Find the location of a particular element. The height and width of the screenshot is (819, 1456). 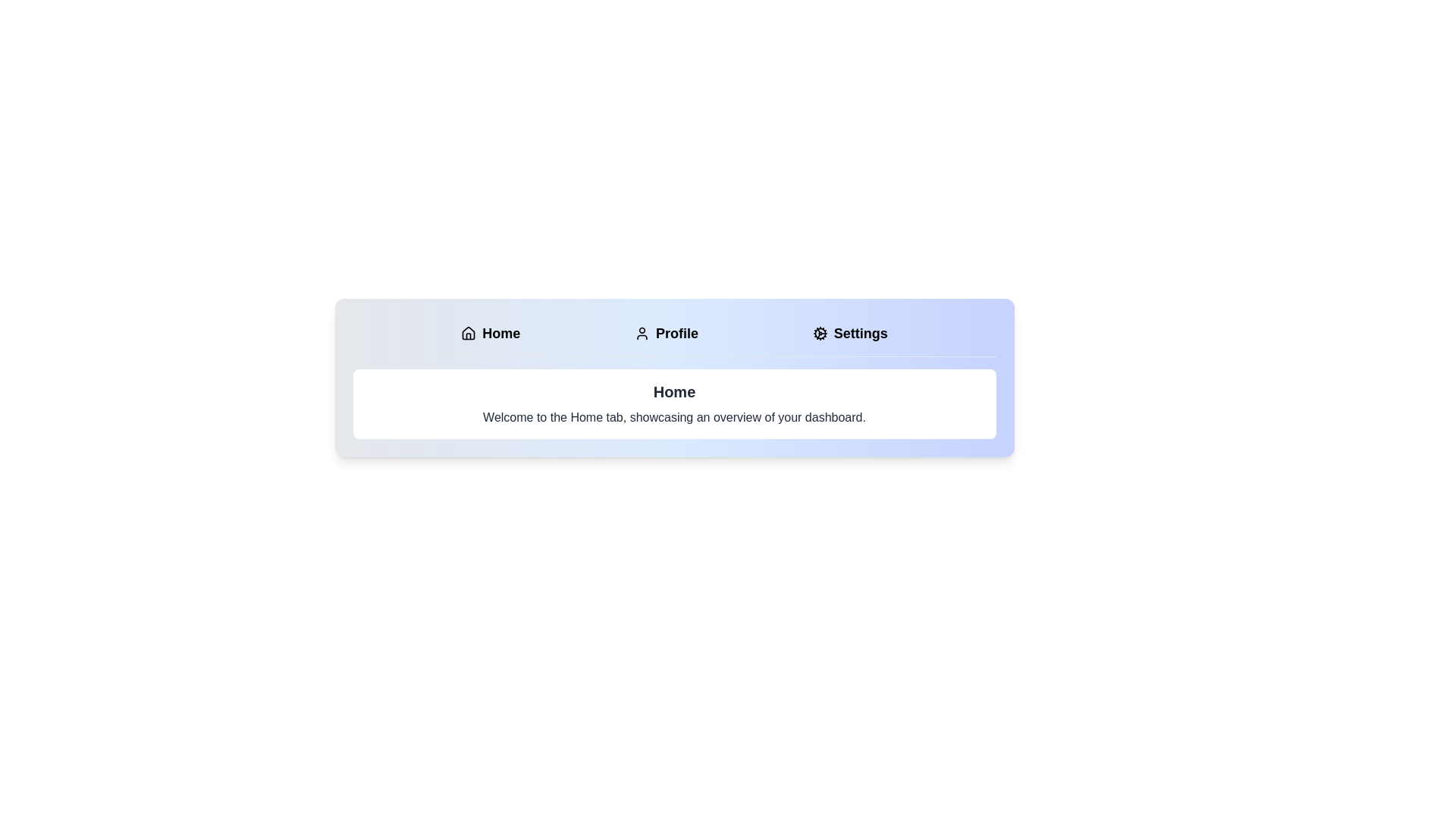

the cogwheel icon located at the left end of the 'Settings' tab is located at coordinates (819, 332).